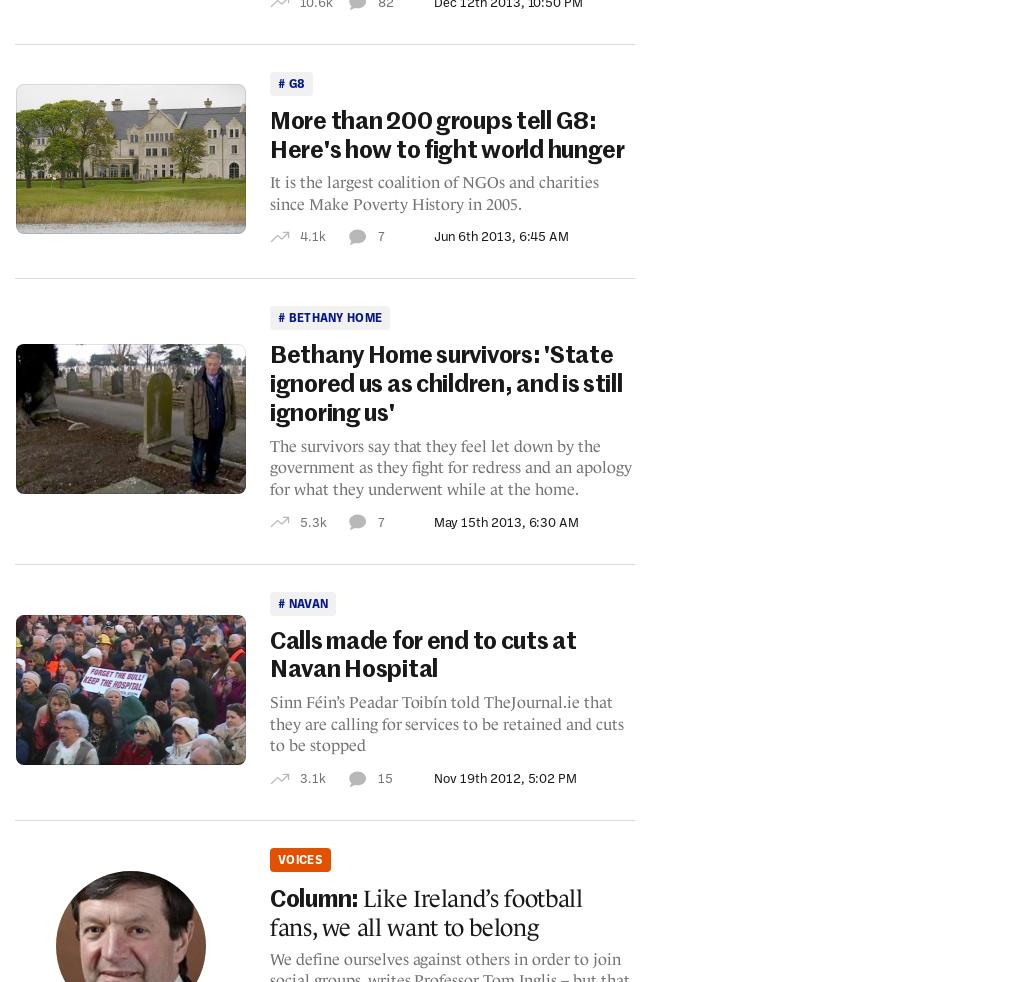  What do you see at coordinates (311, 778) in the screenshot?
I see `'3.1k'` at bounding box center [311, 778].